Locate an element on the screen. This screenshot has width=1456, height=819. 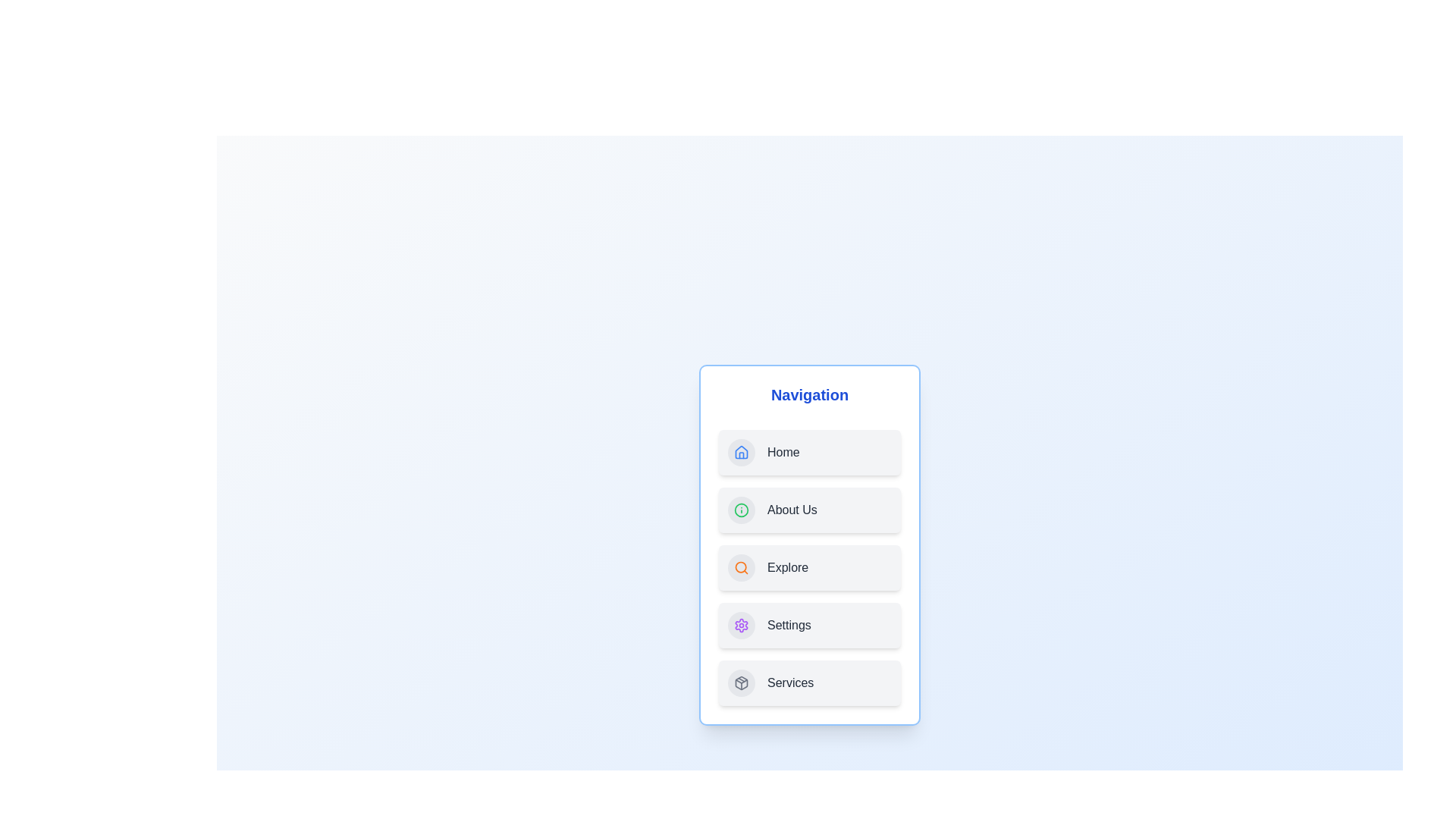
the navigation item labeled Settings is located at coordinates (809, 626).